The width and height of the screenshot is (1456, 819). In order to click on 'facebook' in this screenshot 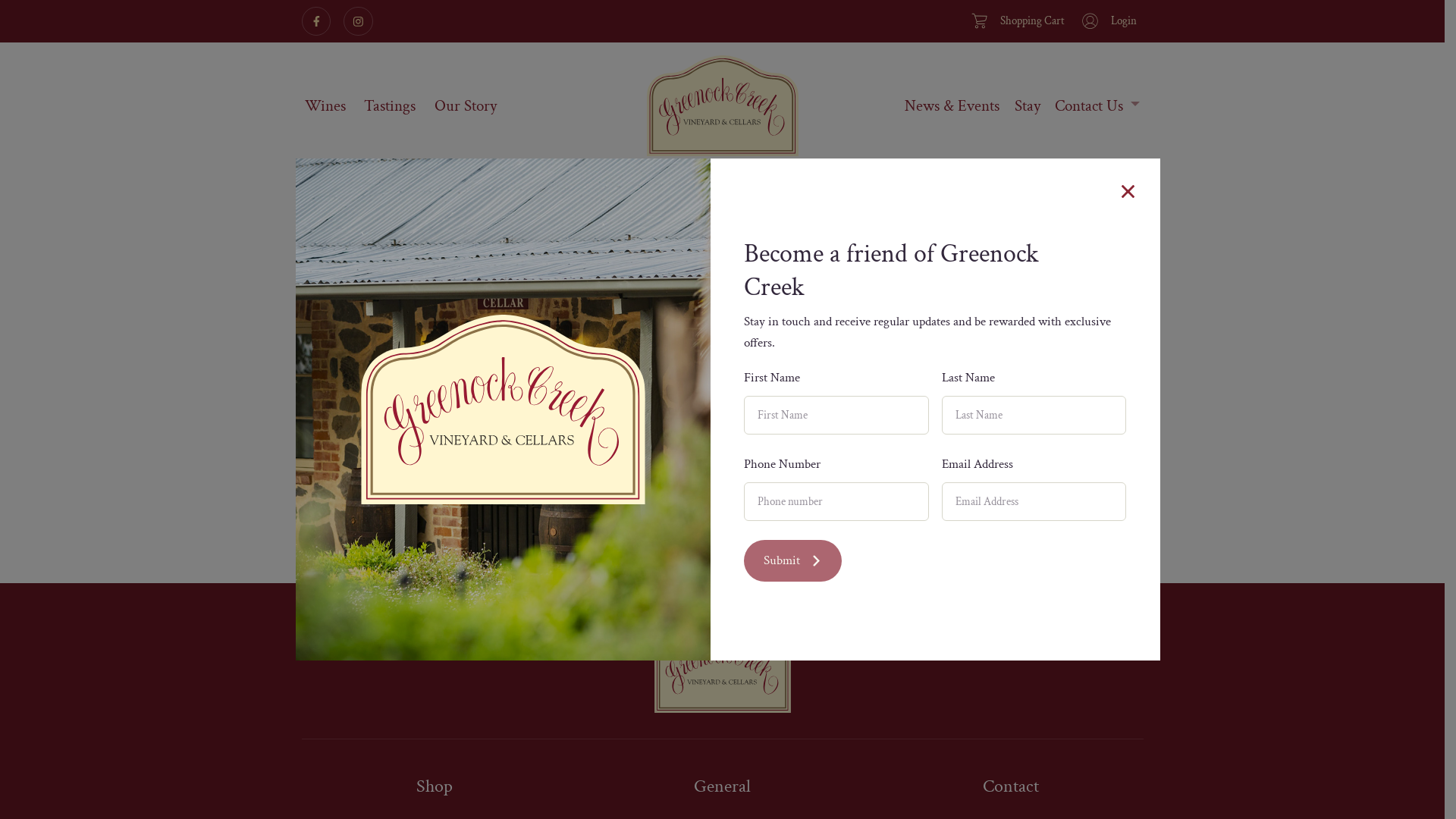, I will do `click(315, 20)`.